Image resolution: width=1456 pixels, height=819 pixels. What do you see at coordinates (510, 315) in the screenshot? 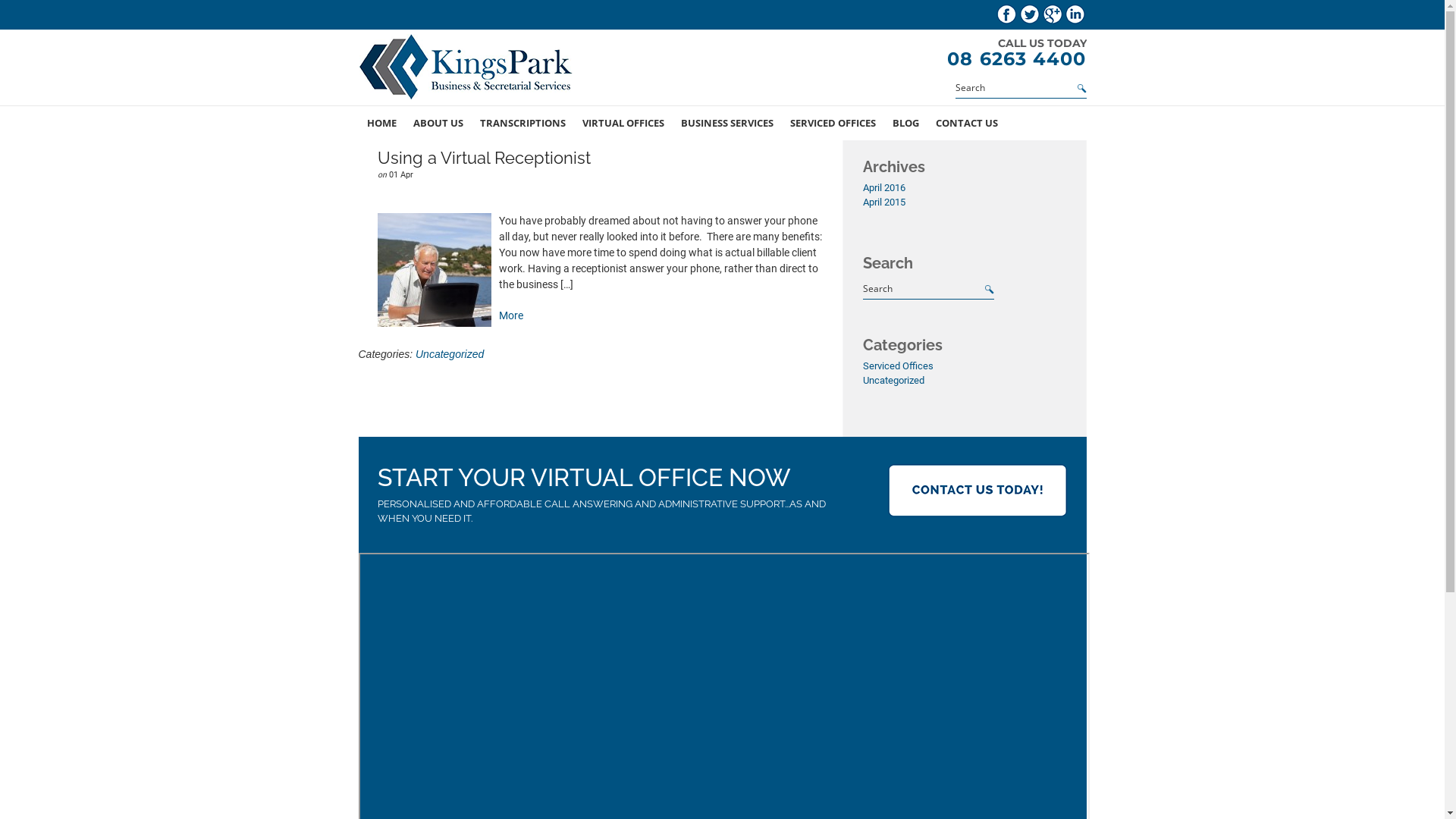
I see `'More'` at bounding box center [510, 315].